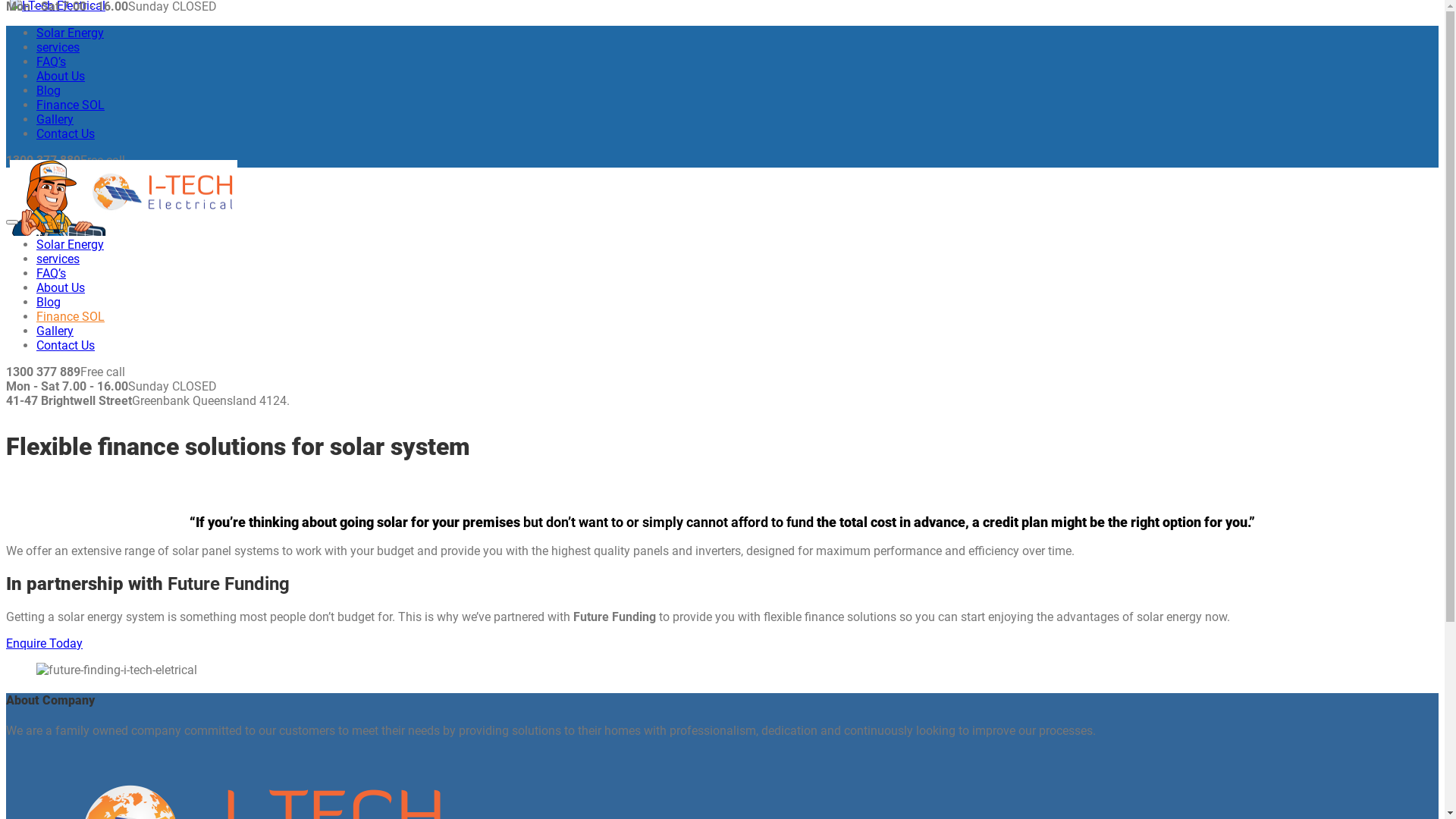 The width and height of the screenshot is (1456, 819). Describe the element at coordinates (36, 46) in the screenshot. I see `'services'` at that location.